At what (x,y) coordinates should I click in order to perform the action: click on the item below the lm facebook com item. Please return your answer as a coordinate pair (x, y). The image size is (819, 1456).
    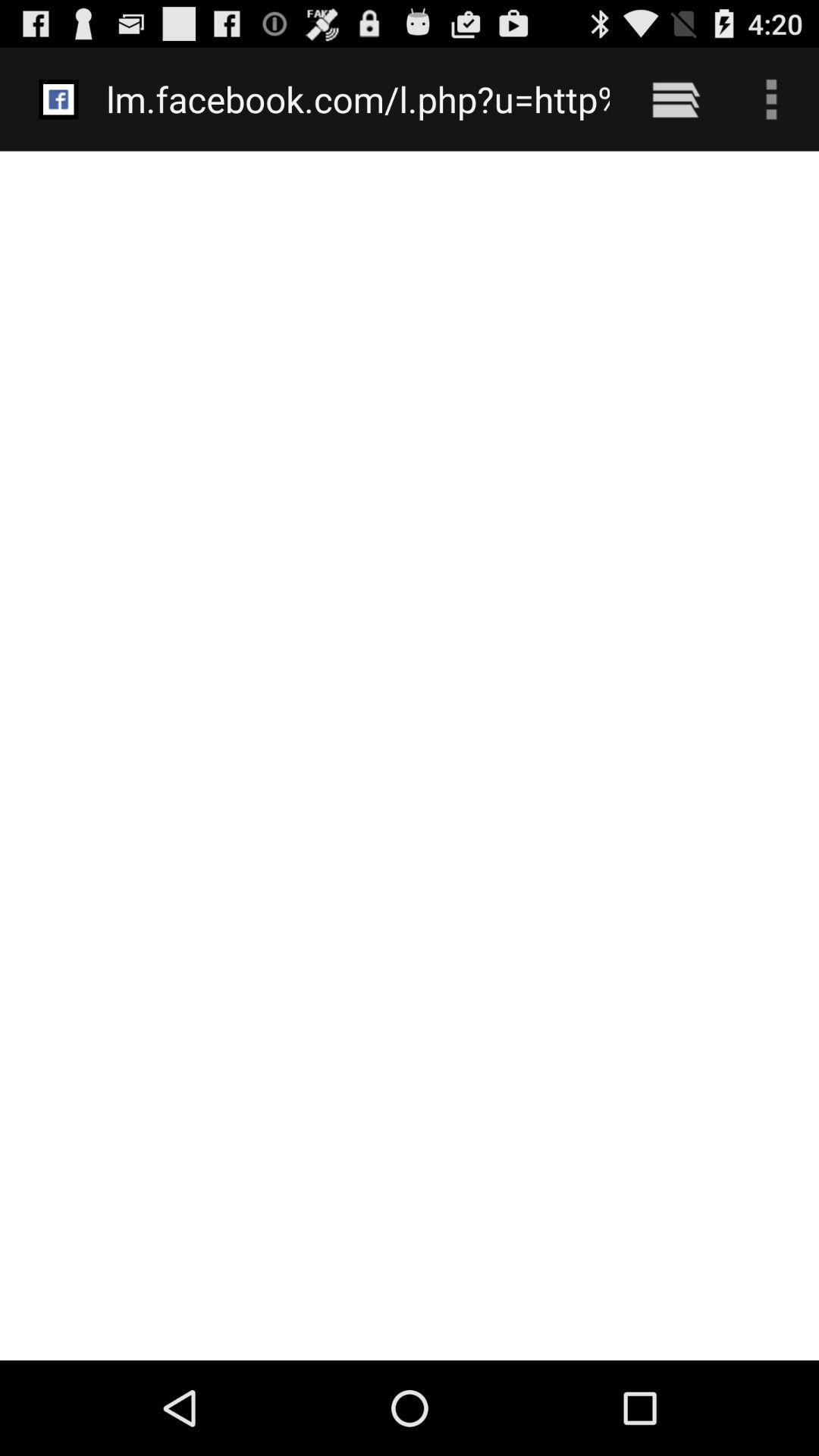
    Looking at the image, I should click on (409, 755).